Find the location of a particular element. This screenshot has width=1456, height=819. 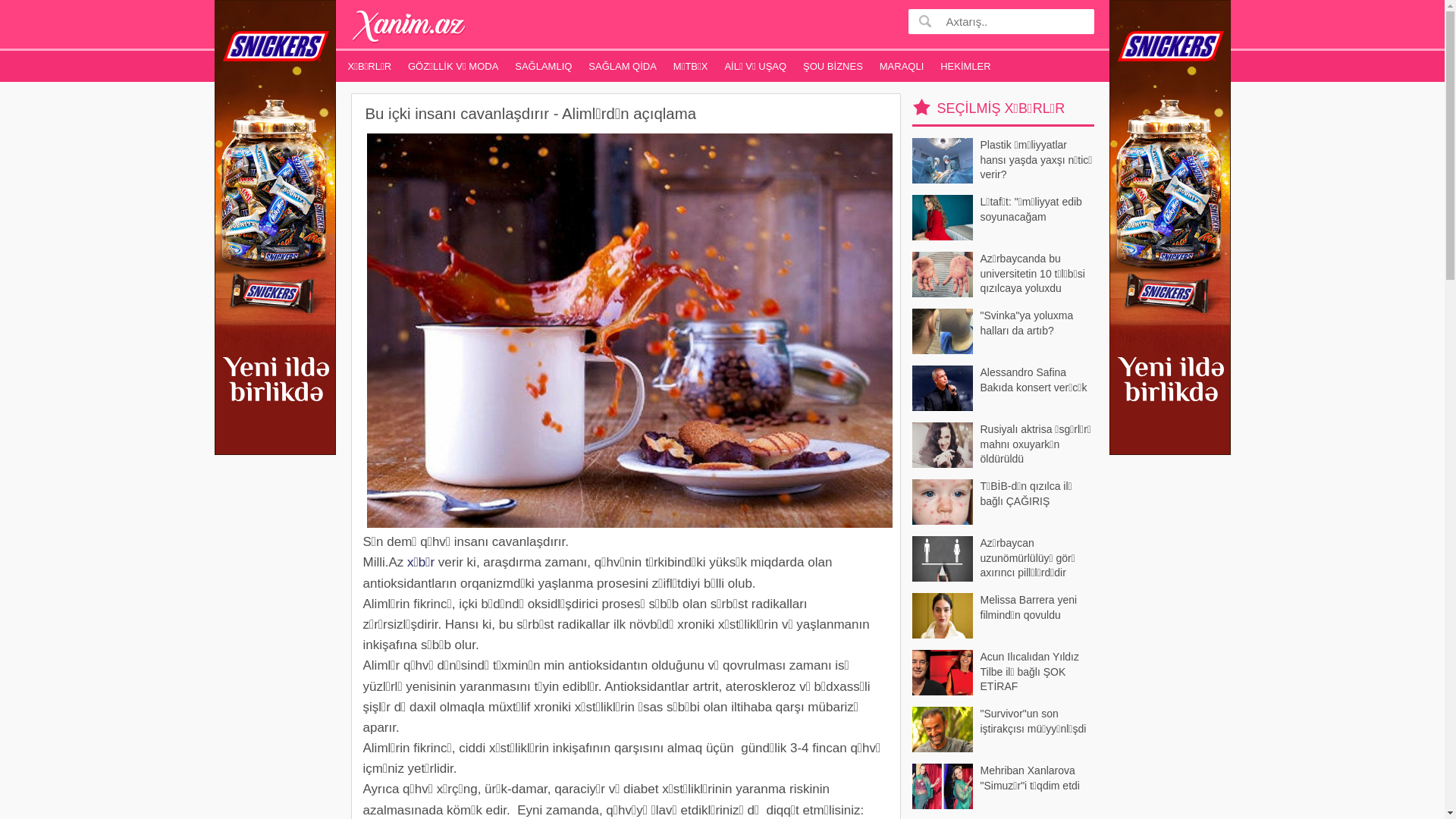

'HEKIMLER' is located at coordinates (964, 65).